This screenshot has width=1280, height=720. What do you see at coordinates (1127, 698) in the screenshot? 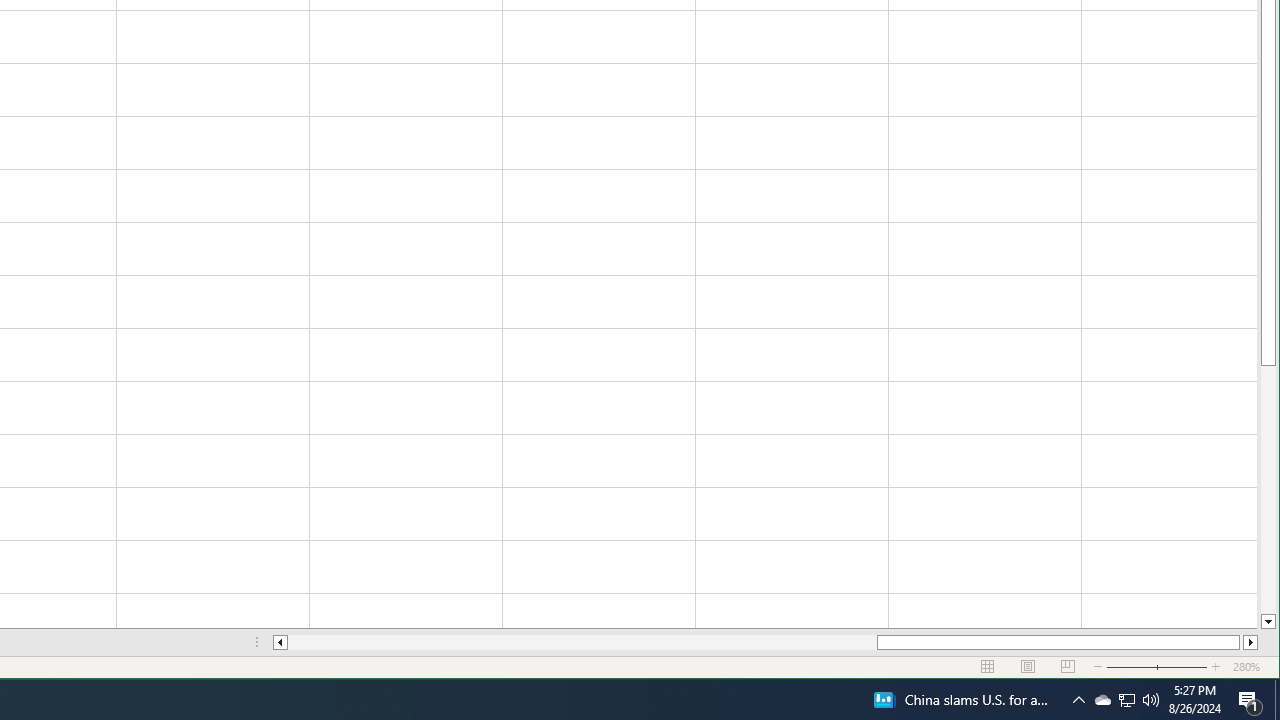
I see `'User Promoted Notification Area'` at bounding box center [1127, 698].